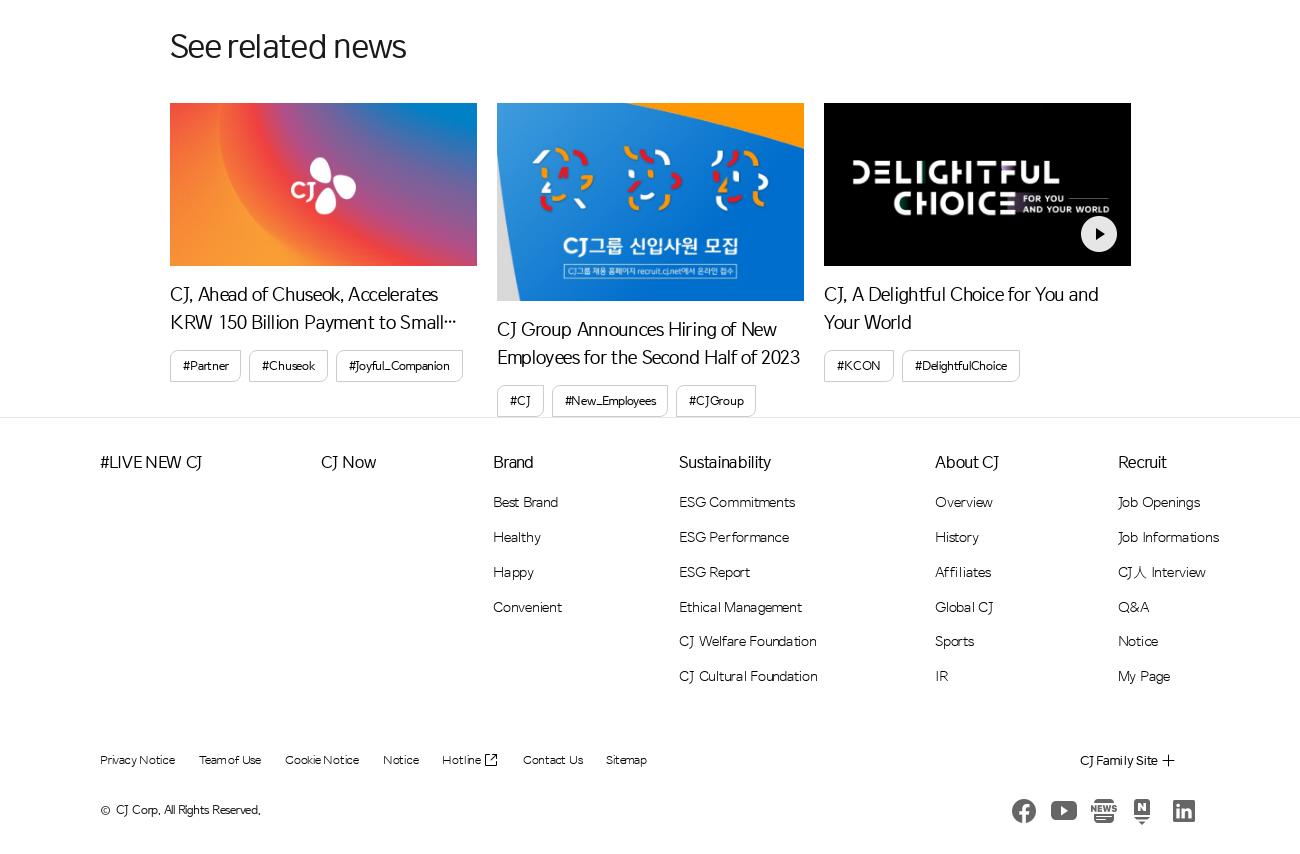  Describe the element at coordinates (648, 342) in the screenshot. I see `'CJ Group Announces Hiring of New Employees for the Second Half of 2023'` at that location.